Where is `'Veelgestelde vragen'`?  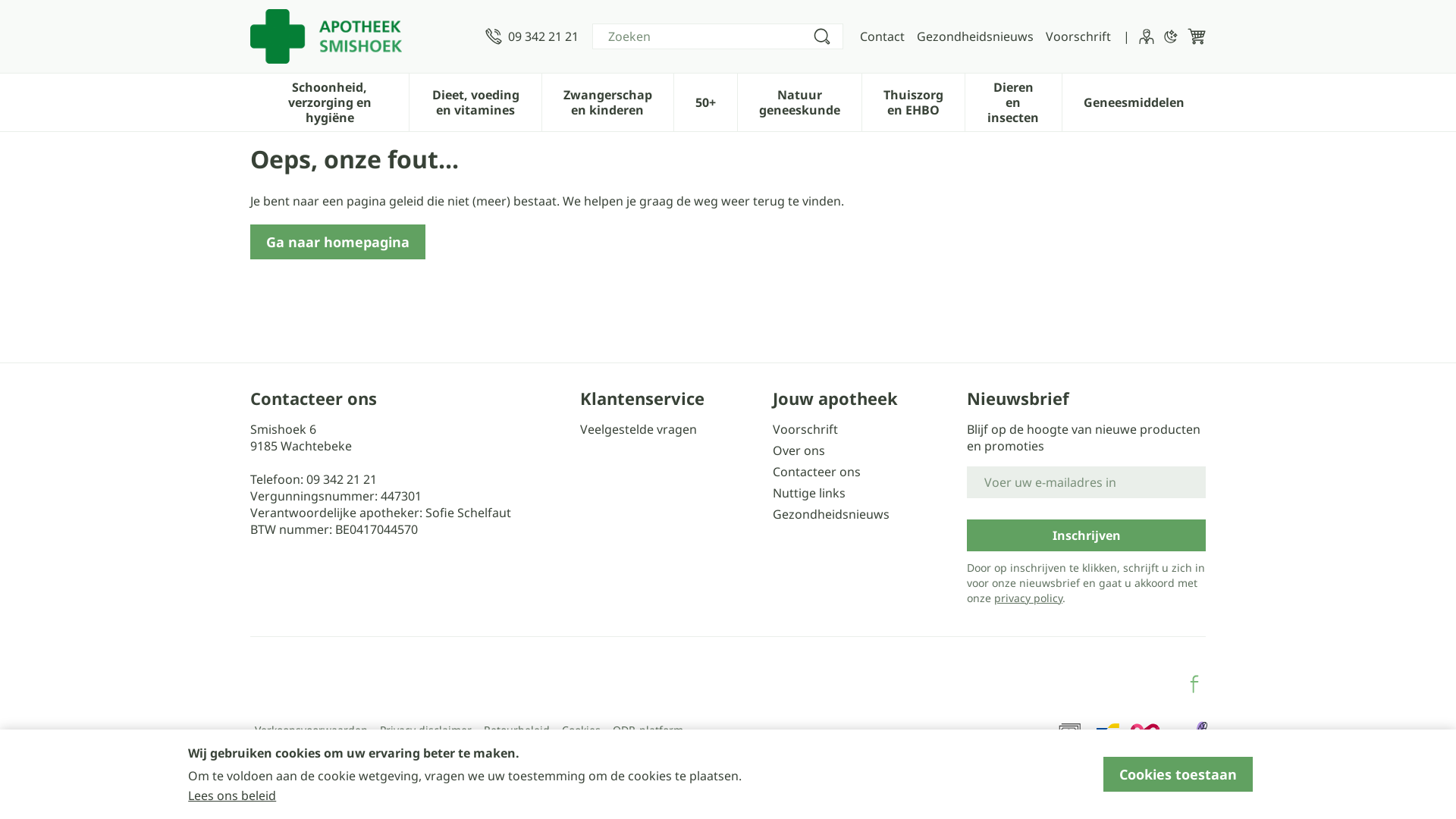
'Veelgestelde vragen' is located at coordinates (670, 429).